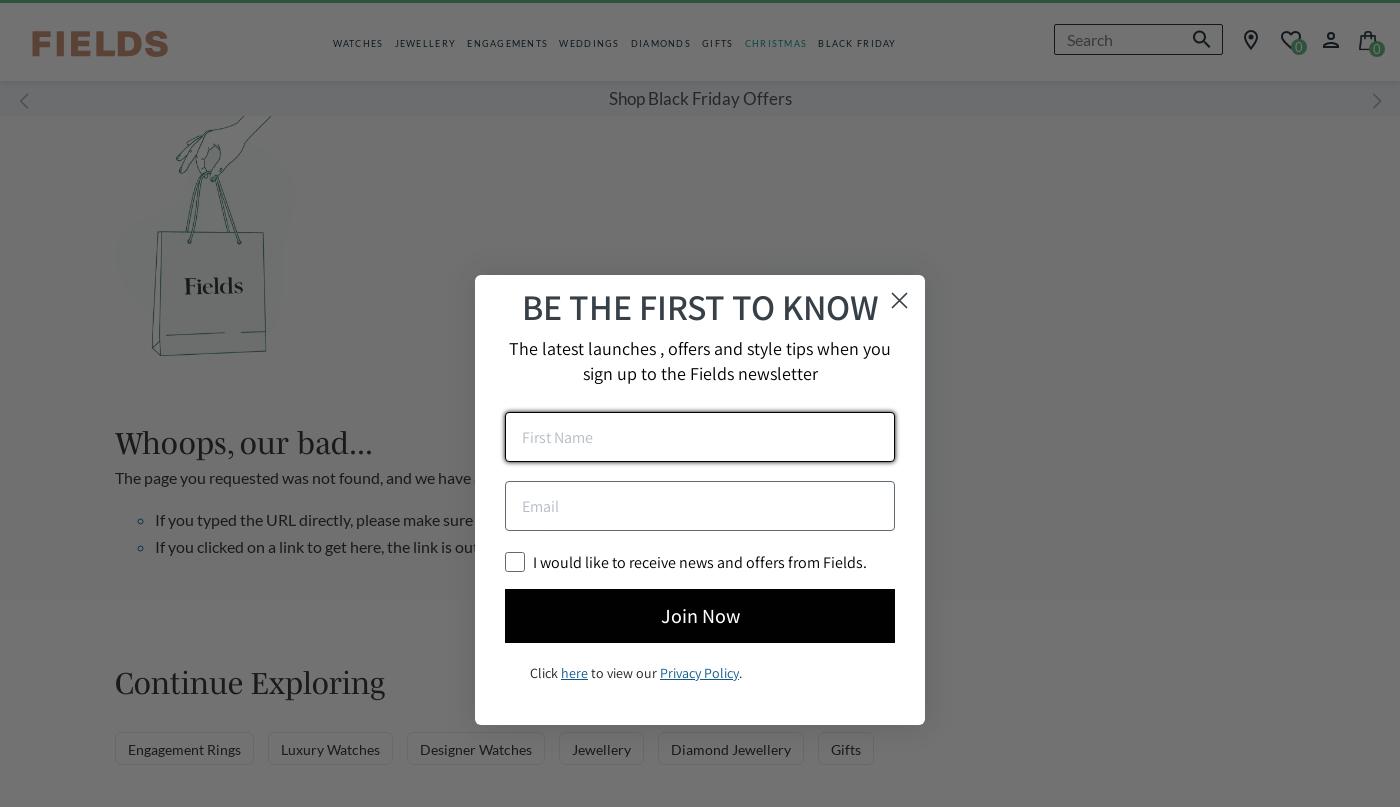  What do you see at coordinates (846, 747) in the screenshot?
I see `'Gifts'` at bounding box center [846, 747].